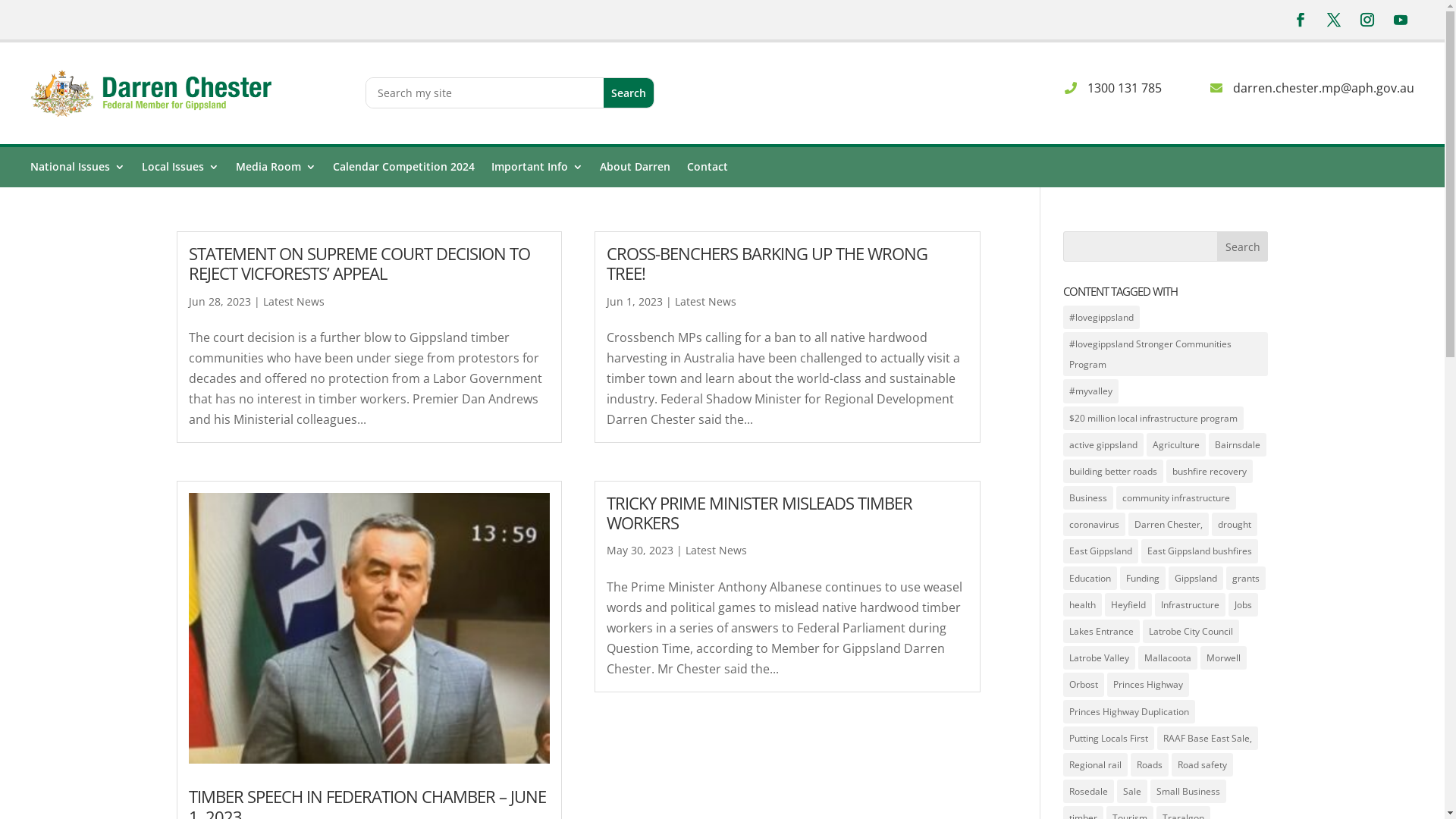  I want to click on 'Follow on Facebook', so click(1299, 20).